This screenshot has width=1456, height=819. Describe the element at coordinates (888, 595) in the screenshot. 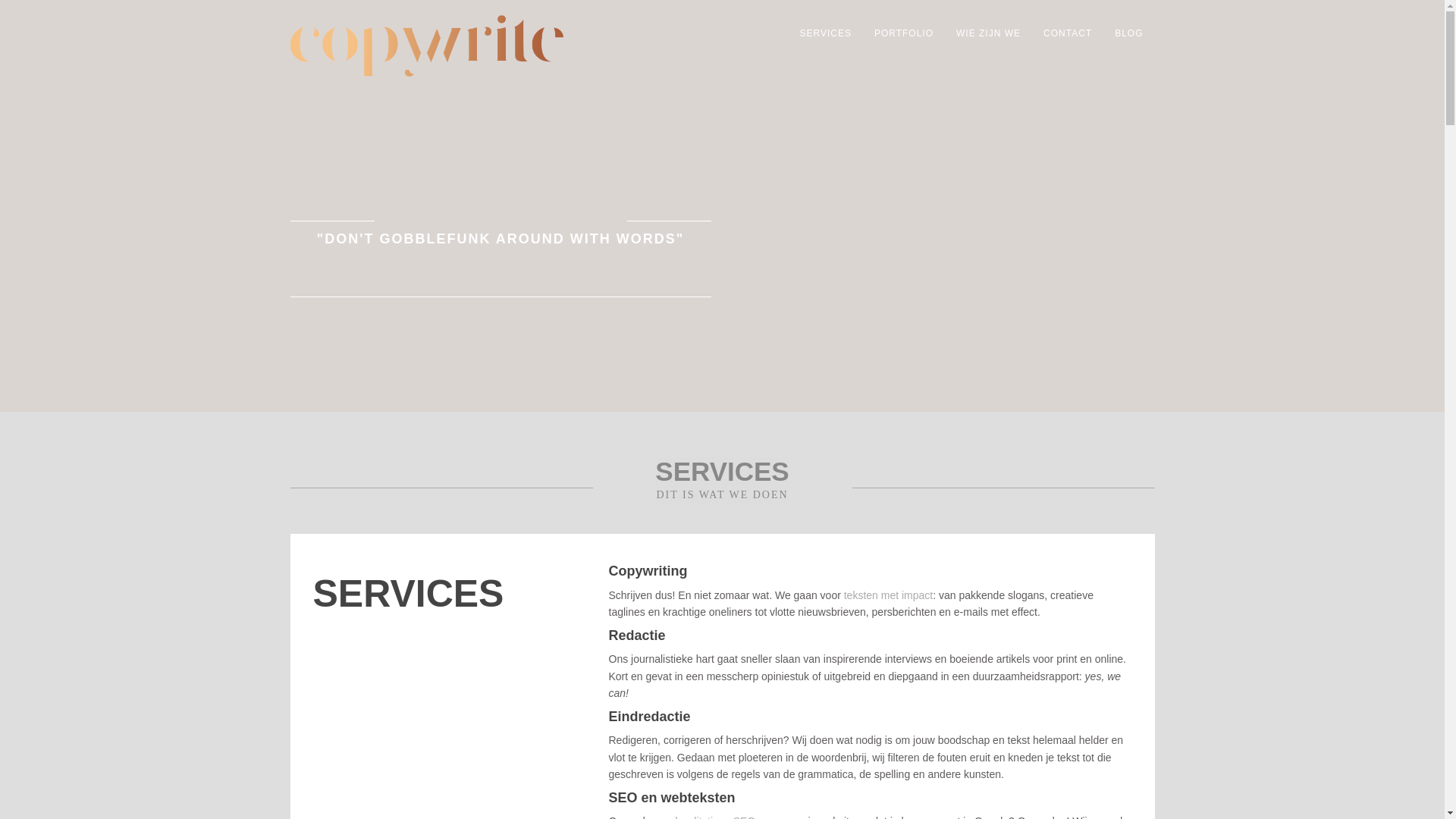

I see `'teksten met impact'` at that location.